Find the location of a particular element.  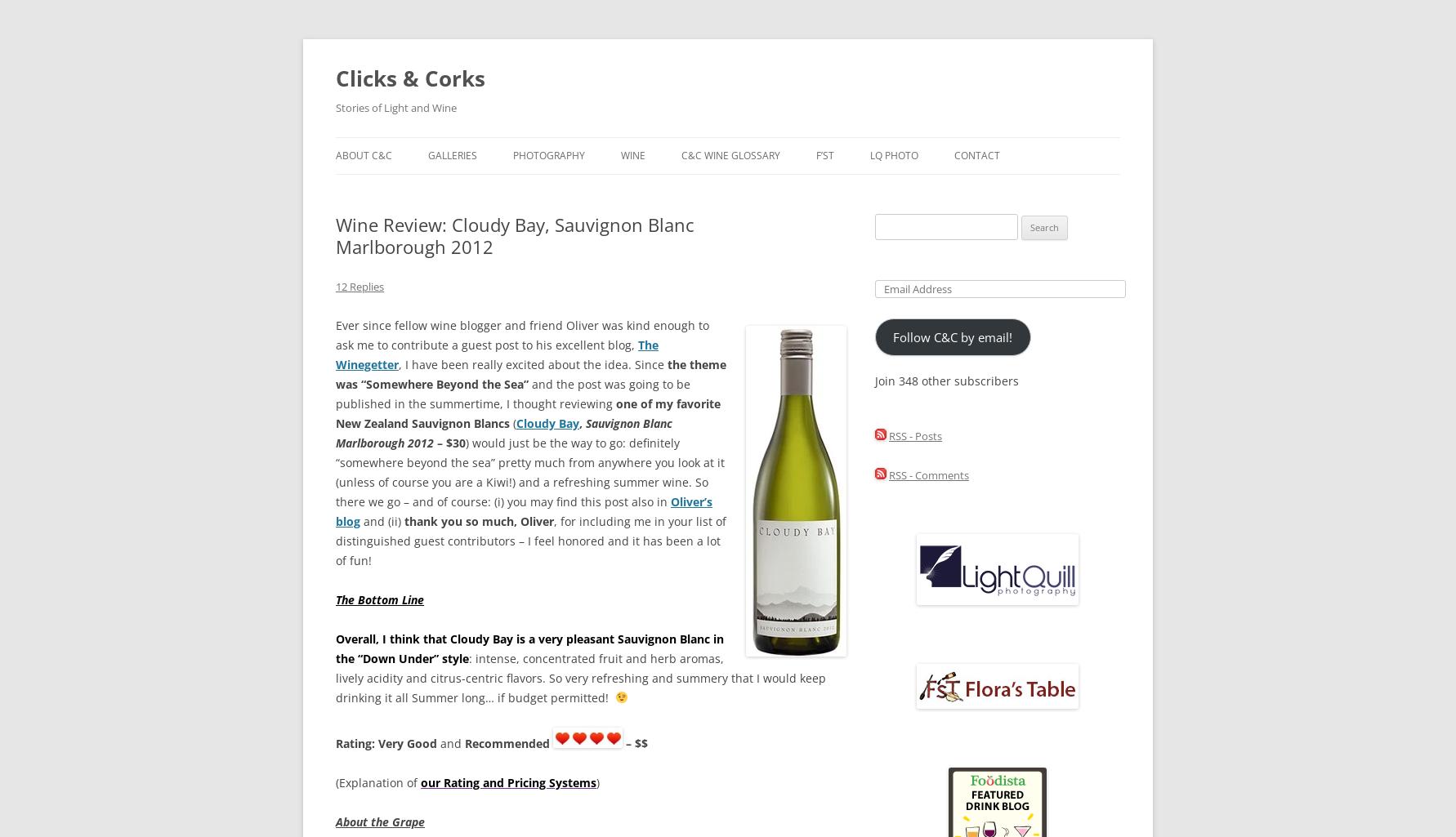

')' is located at coordinates (598, 782).